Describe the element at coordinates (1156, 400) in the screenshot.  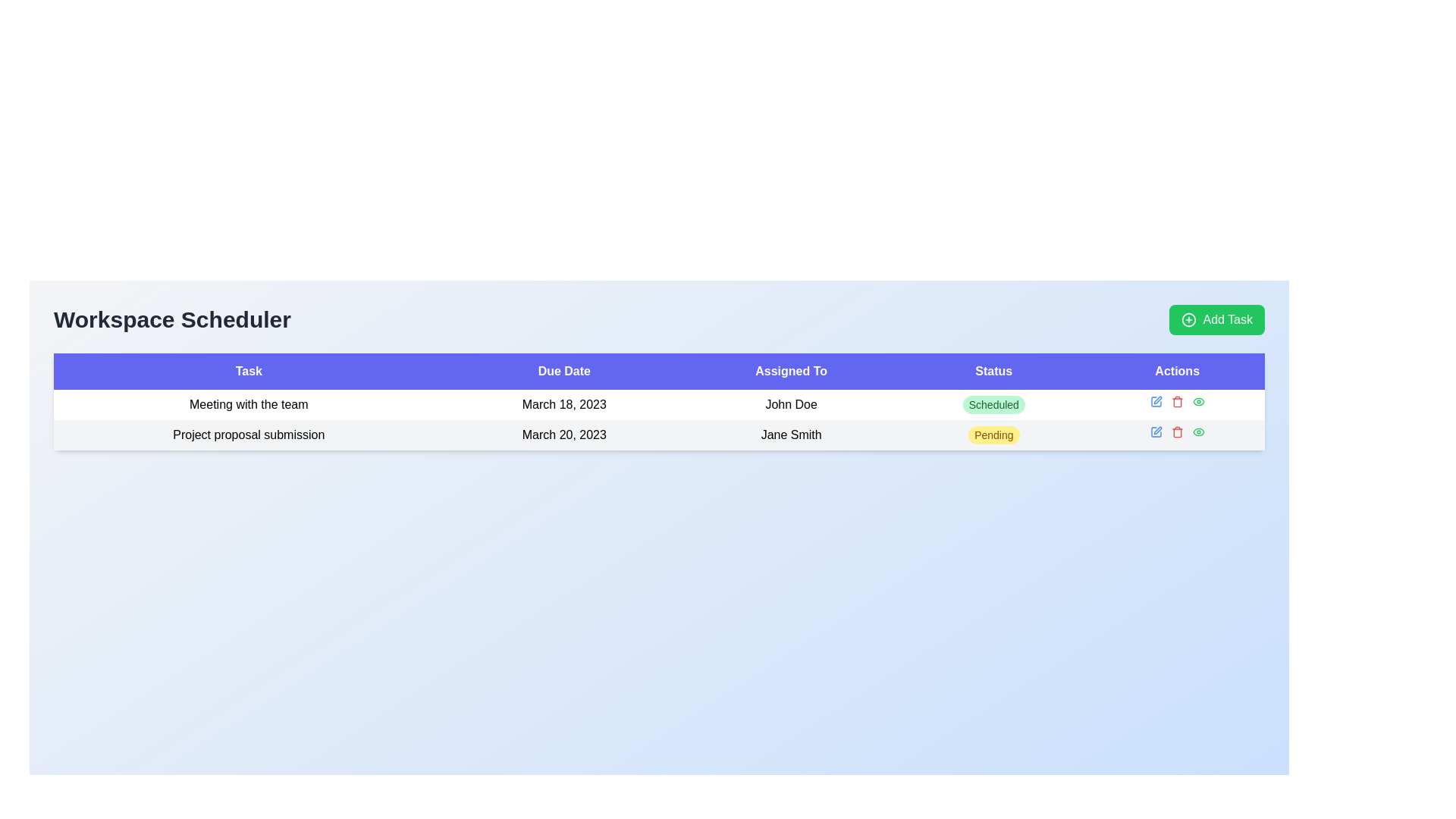
I see `the writing pen icon in the 'Actions' column of the second row to initiate editing for the project proposal submission` at that location.